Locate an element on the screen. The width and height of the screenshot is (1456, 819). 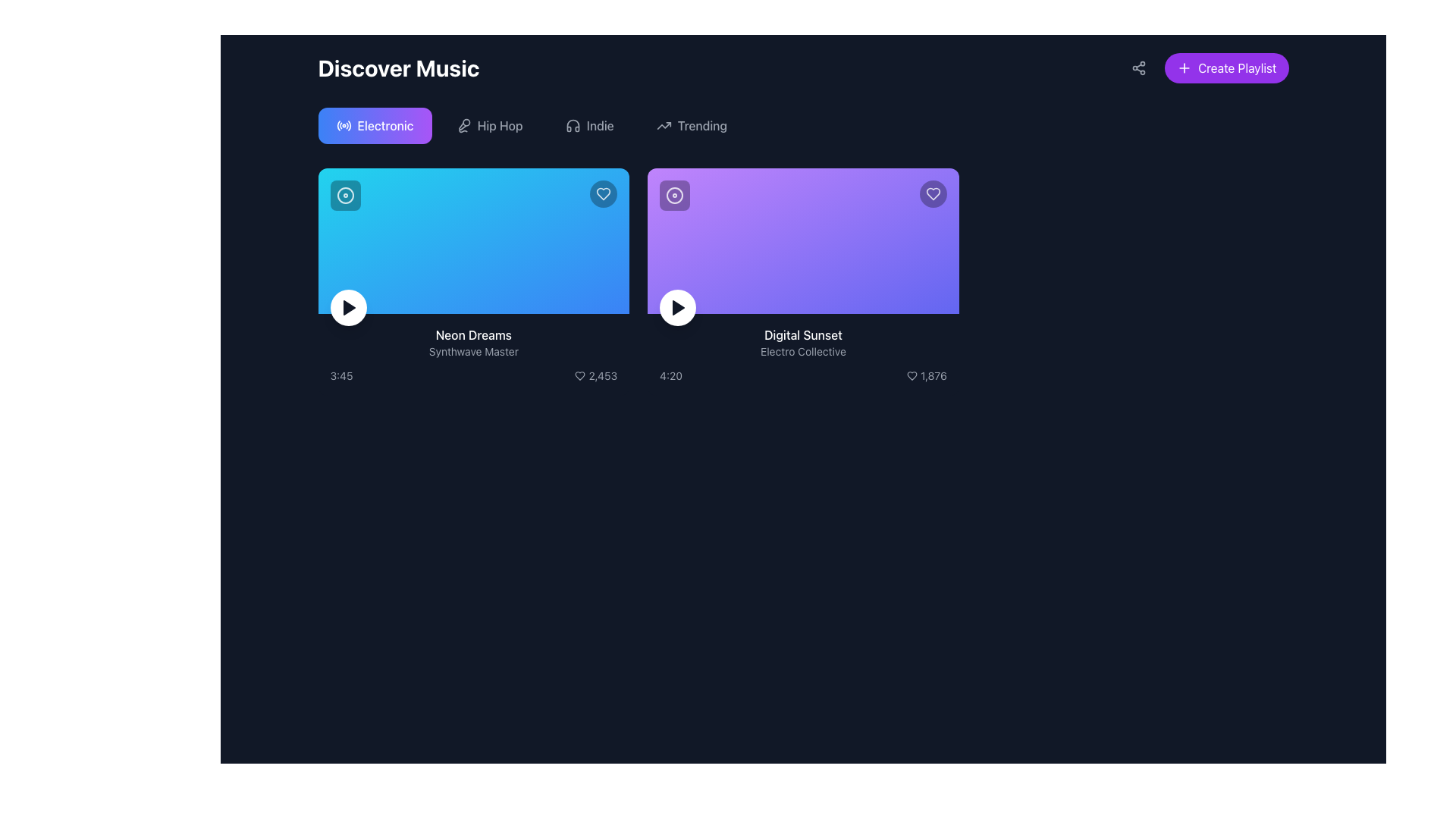
the 'Trending' icon located on the navigation bar, which serves as a visual indicator for the trending category and is positioned to the right of the 'Indie' option is located at coordinates (664, 124).